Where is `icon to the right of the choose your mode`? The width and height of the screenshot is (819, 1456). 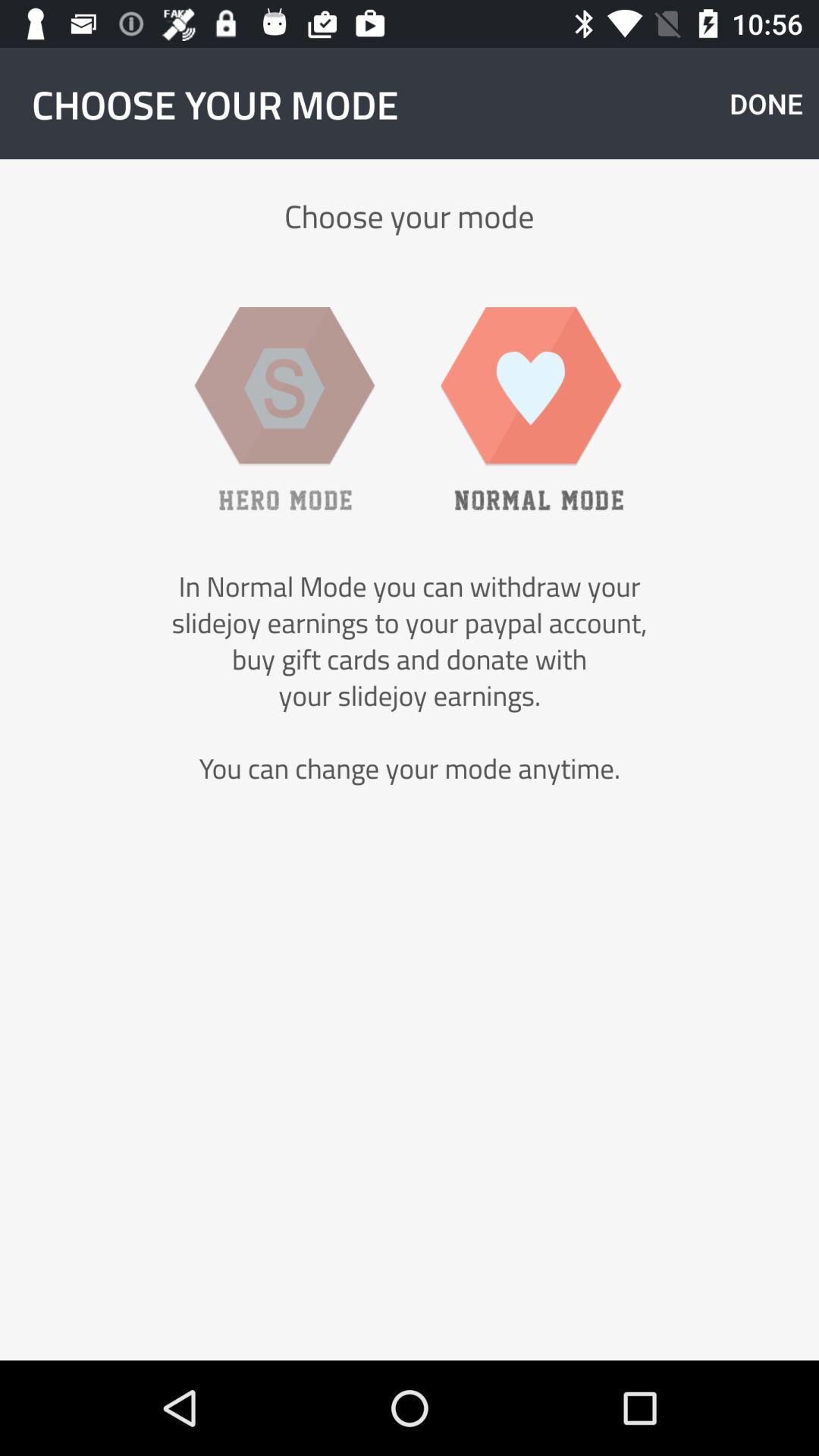 icon to the right of the choose your mode is located at coordinates (766, 102).